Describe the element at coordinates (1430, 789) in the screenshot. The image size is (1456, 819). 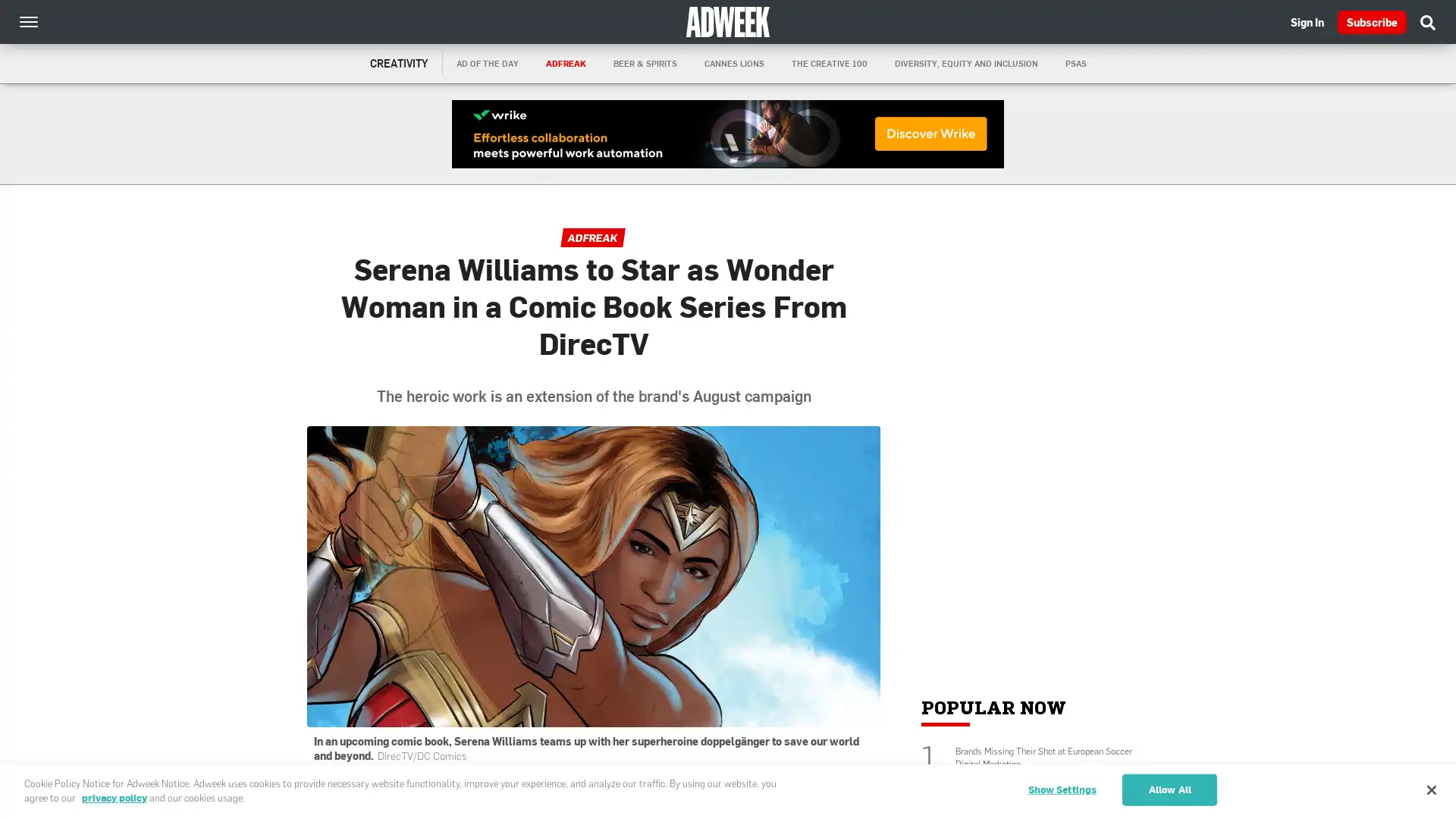
I see `Close` at that location.